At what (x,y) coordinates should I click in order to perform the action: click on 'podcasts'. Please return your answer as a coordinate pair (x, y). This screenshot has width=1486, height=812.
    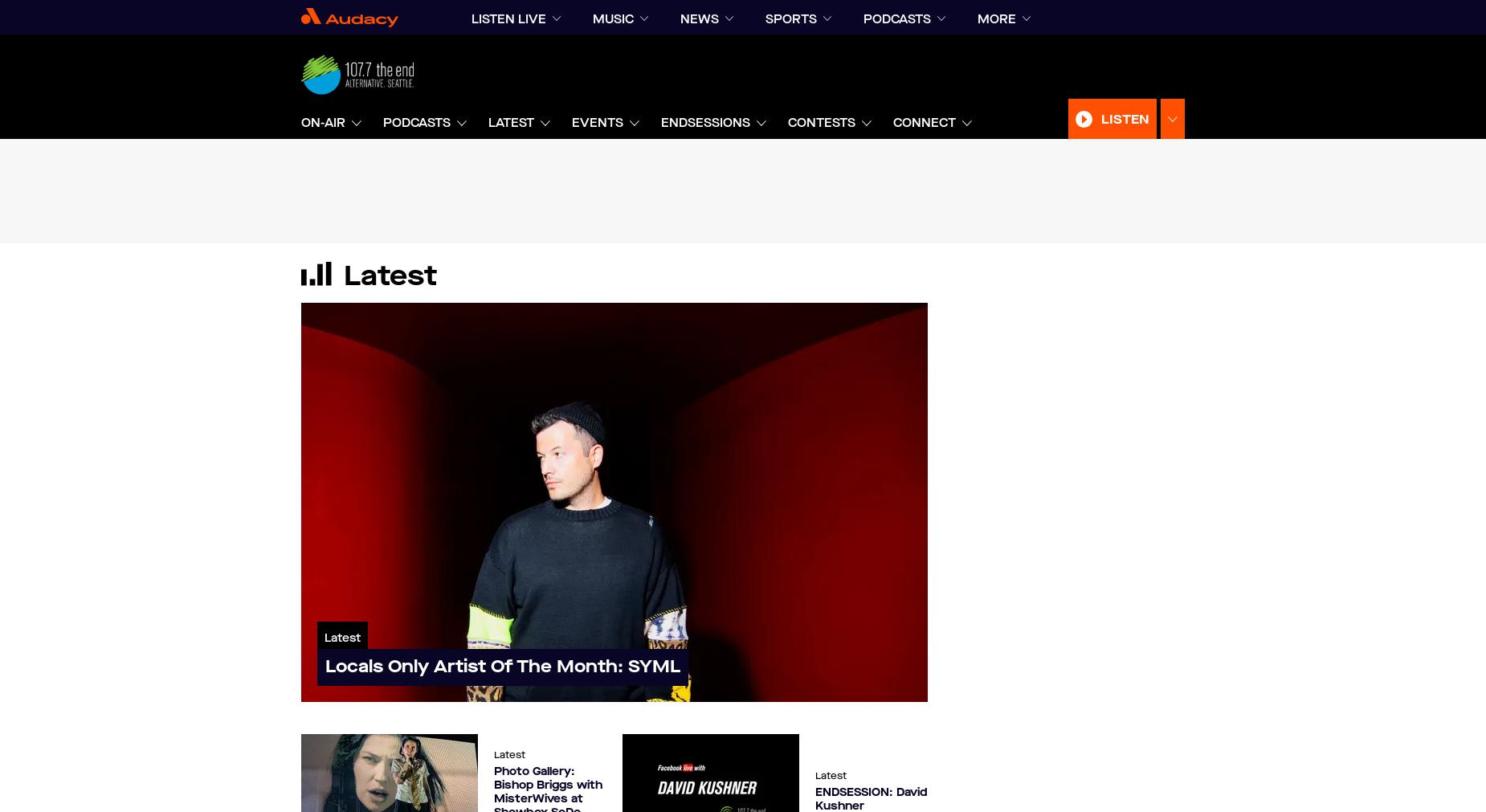
    Looking at the image, I should click on (896, 18).